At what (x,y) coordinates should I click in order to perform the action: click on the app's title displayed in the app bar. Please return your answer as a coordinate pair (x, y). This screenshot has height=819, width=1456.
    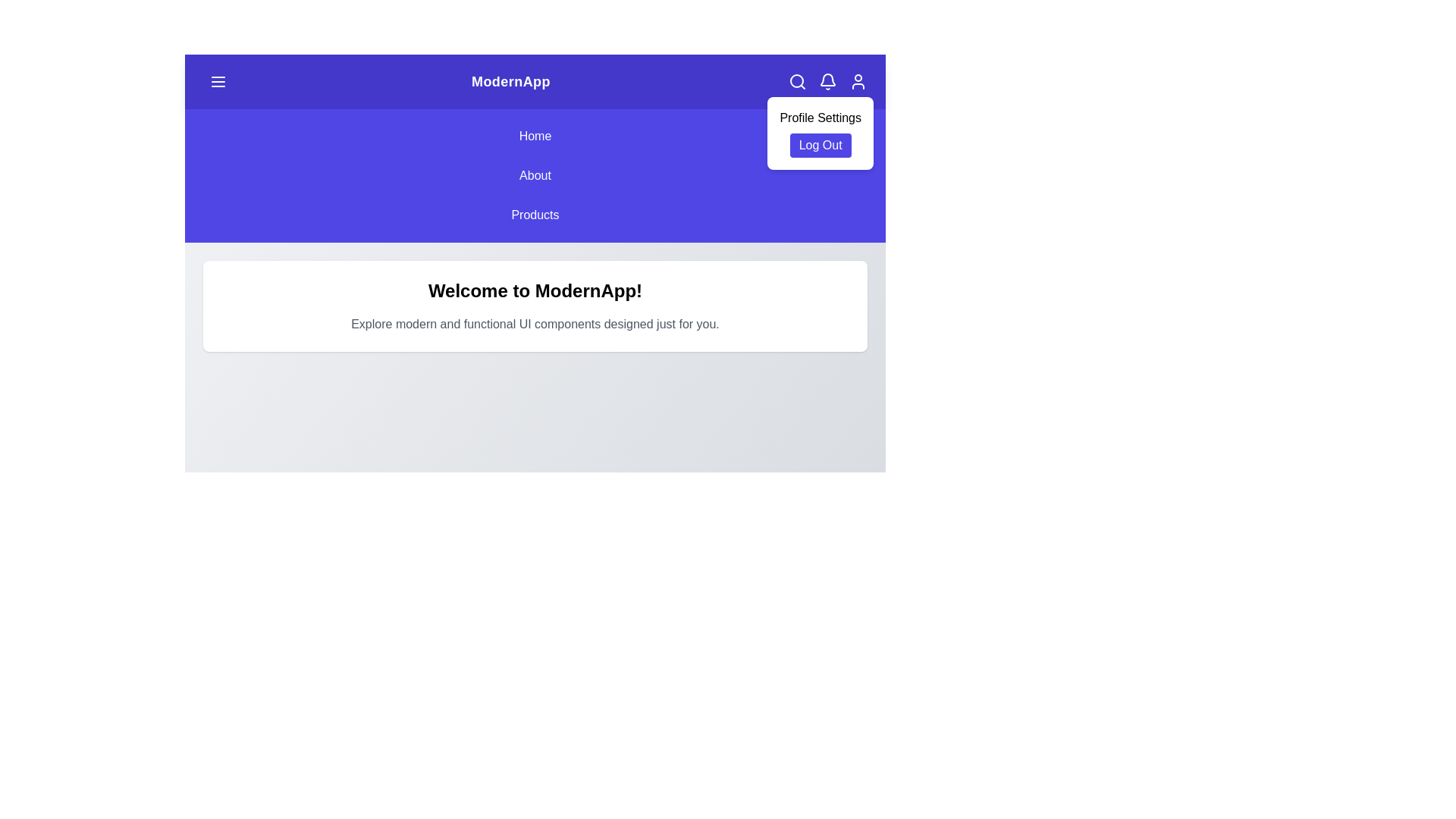
    Looking at the image, I should click on (510, 82).